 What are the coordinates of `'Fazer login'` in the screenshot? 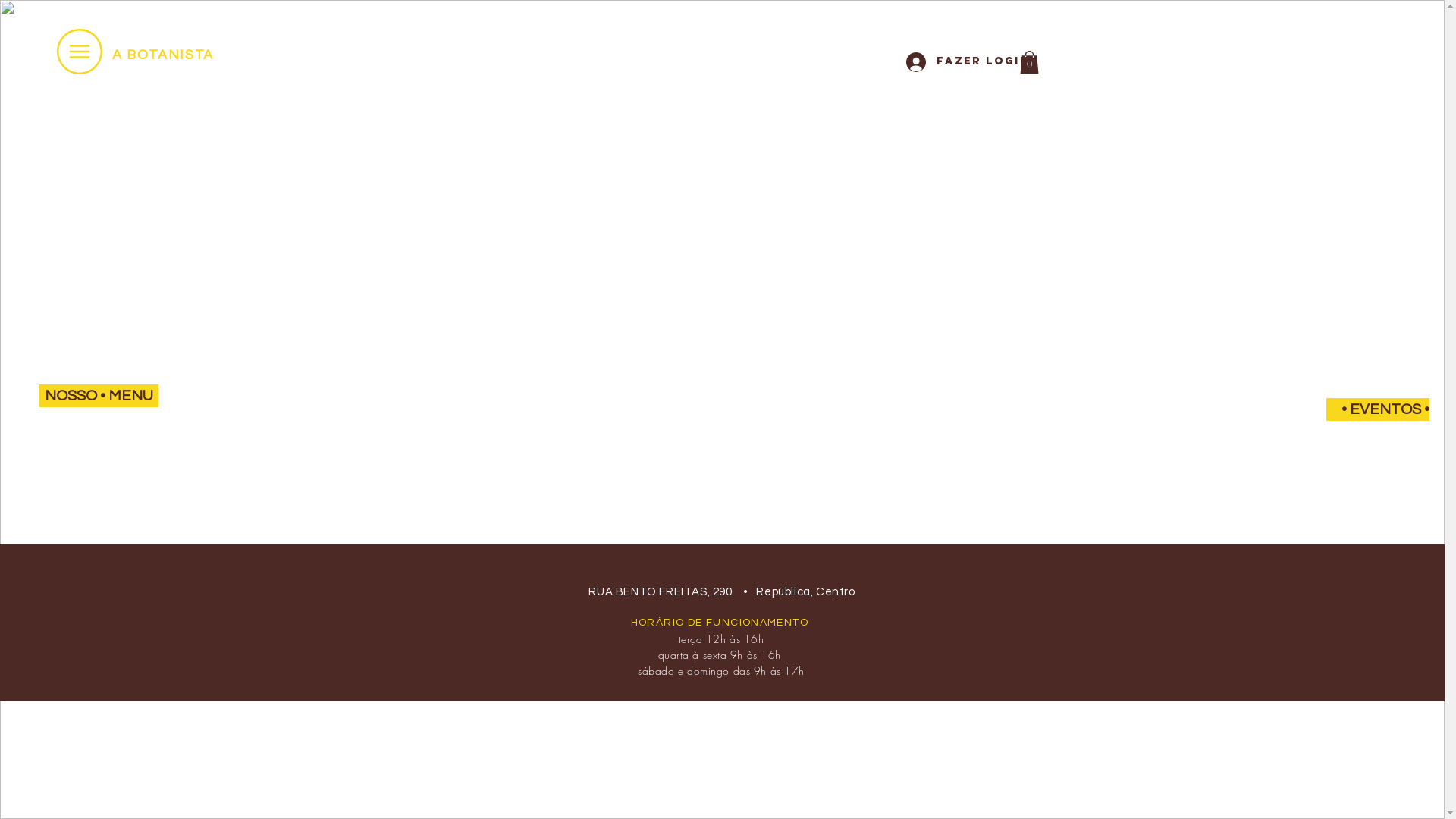 It's located at (952, 61).